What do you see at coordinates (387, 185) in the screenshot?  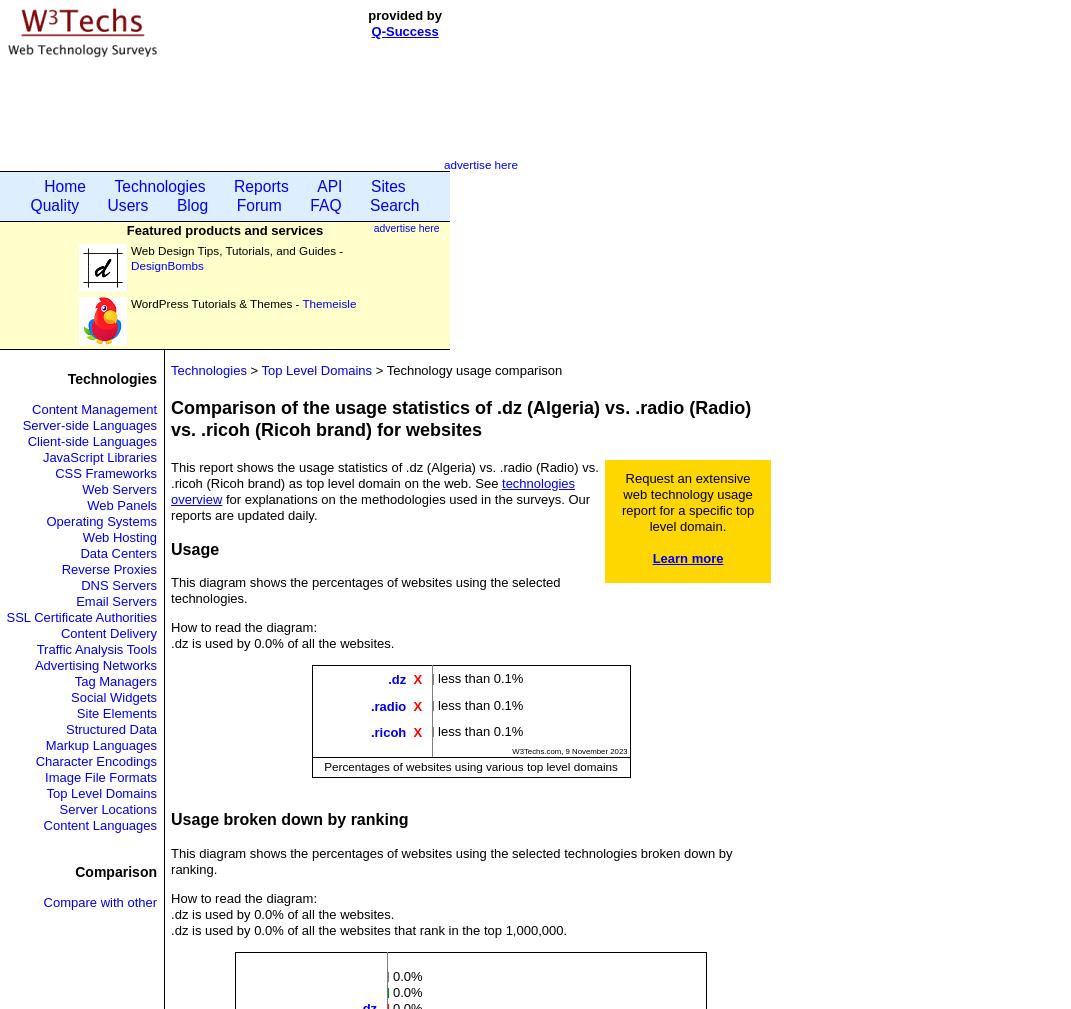 I see `'Sites'` at bounding box center [387, 185].